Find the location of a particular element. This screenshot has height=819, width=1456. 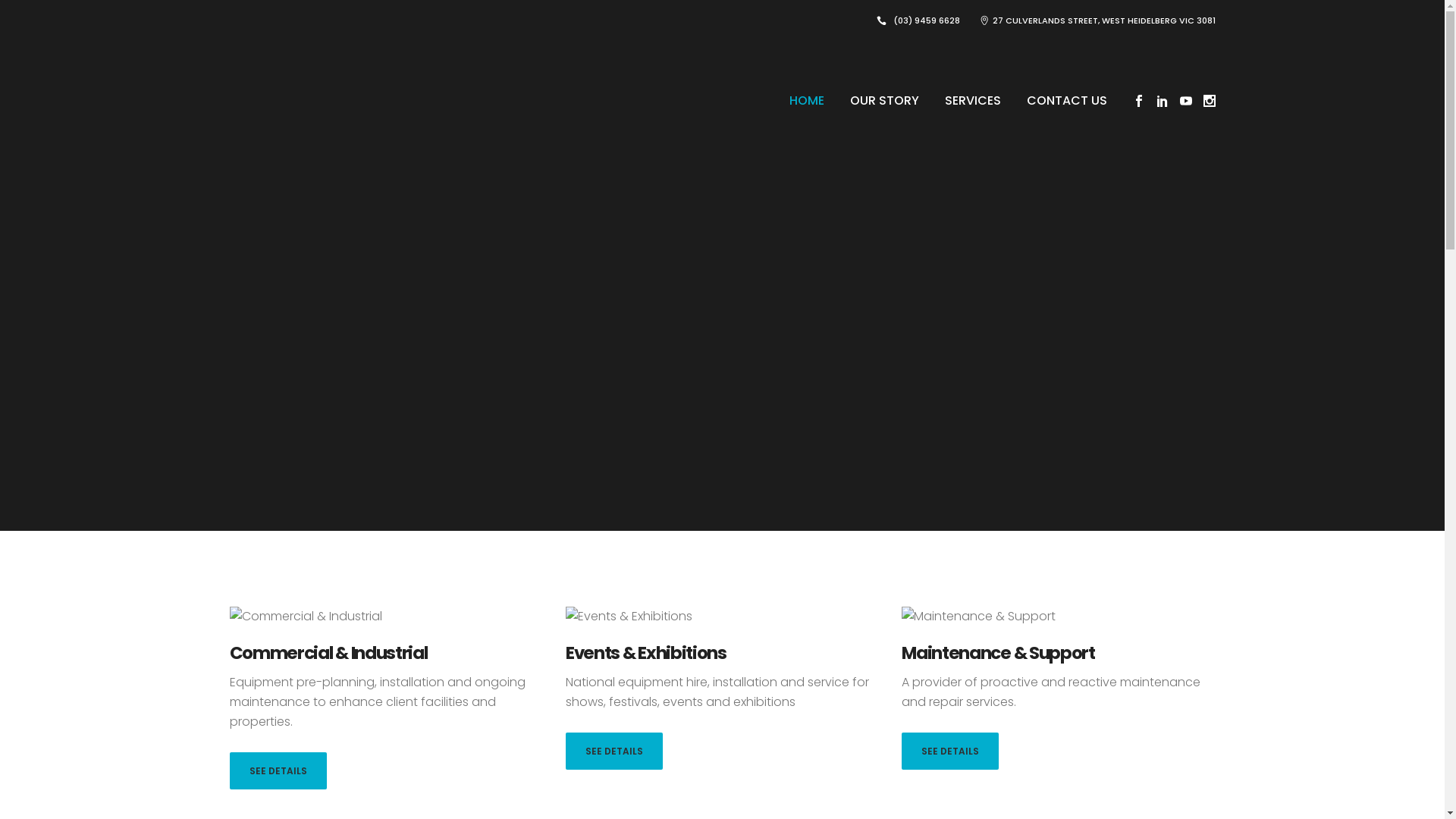

'HOME' is located at coordinates (806, 100).